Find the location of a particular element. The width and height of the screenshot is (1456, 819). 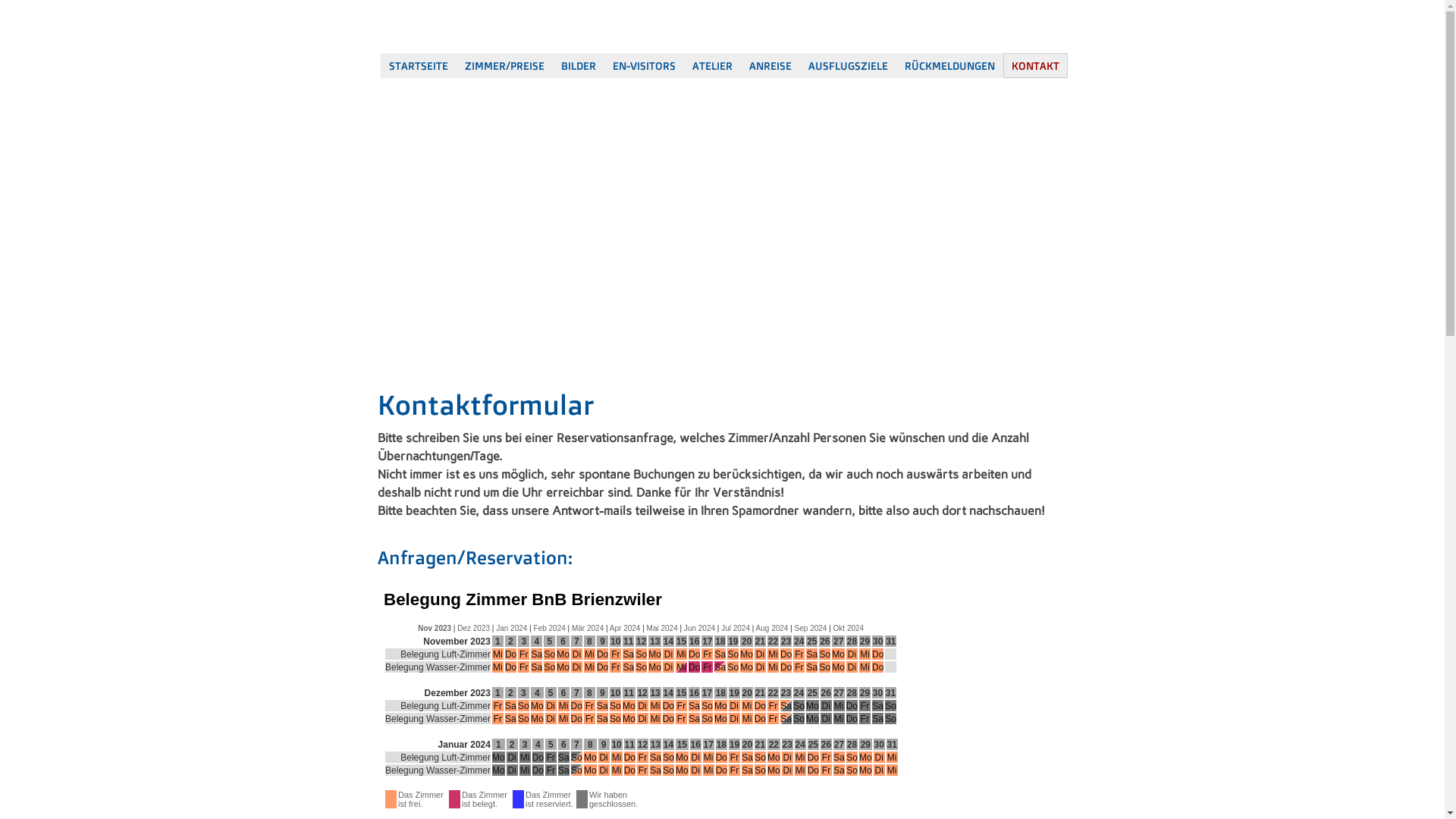

'AUSFLUGSZIELE' is located at coordinates (799, 64).